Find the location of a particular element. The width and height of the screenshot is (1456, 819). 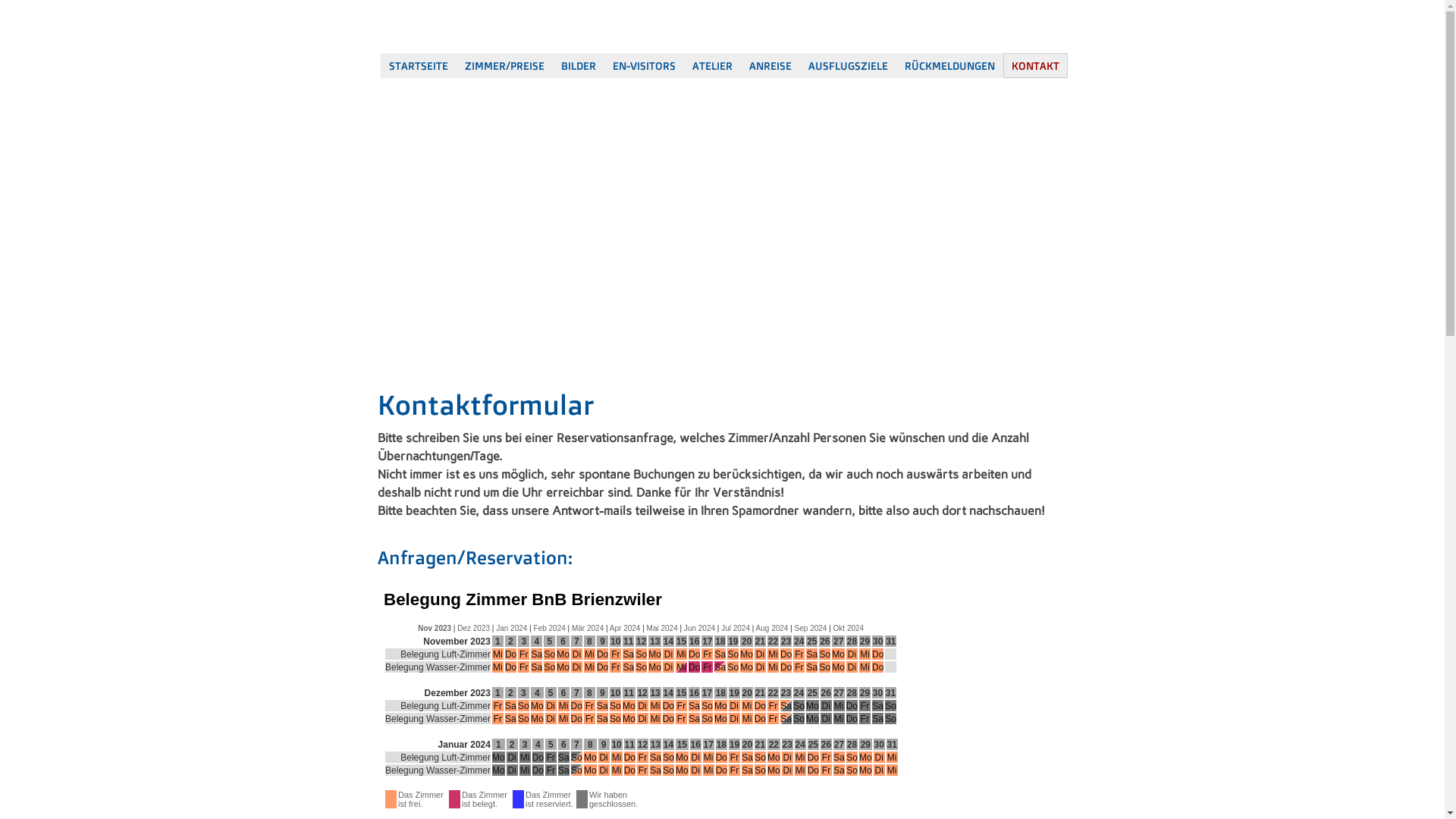

'AUSFLUGSZIELE' is located at coordinates (799, 64).